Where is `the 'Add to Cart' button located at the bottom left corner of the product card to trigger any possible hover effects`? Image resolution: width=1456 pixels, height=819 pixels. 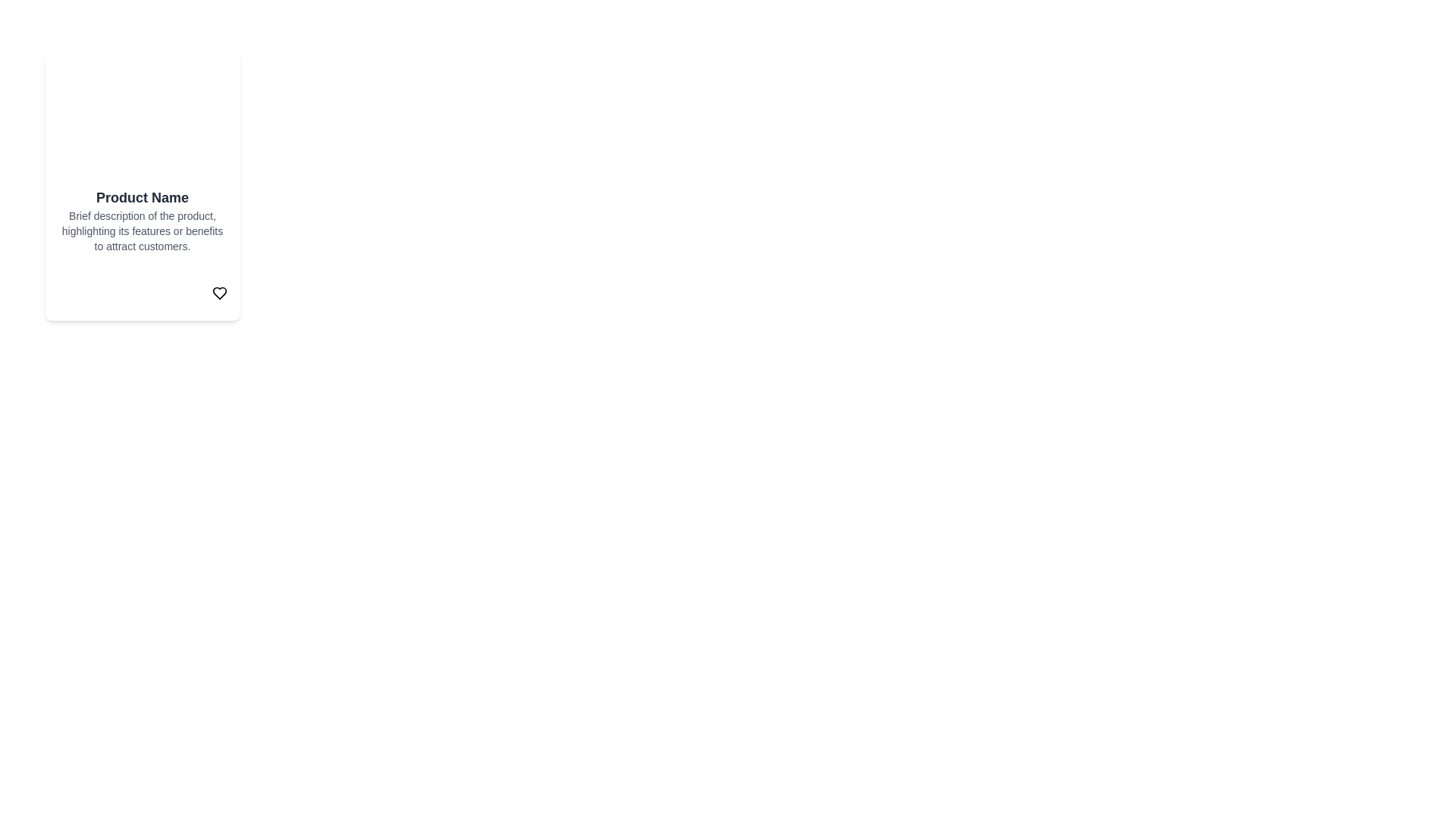 the 'Add to Cart' button located at the bottom left corner of the product card to trigger any possible hover effects is located at coordinates (110, 293).